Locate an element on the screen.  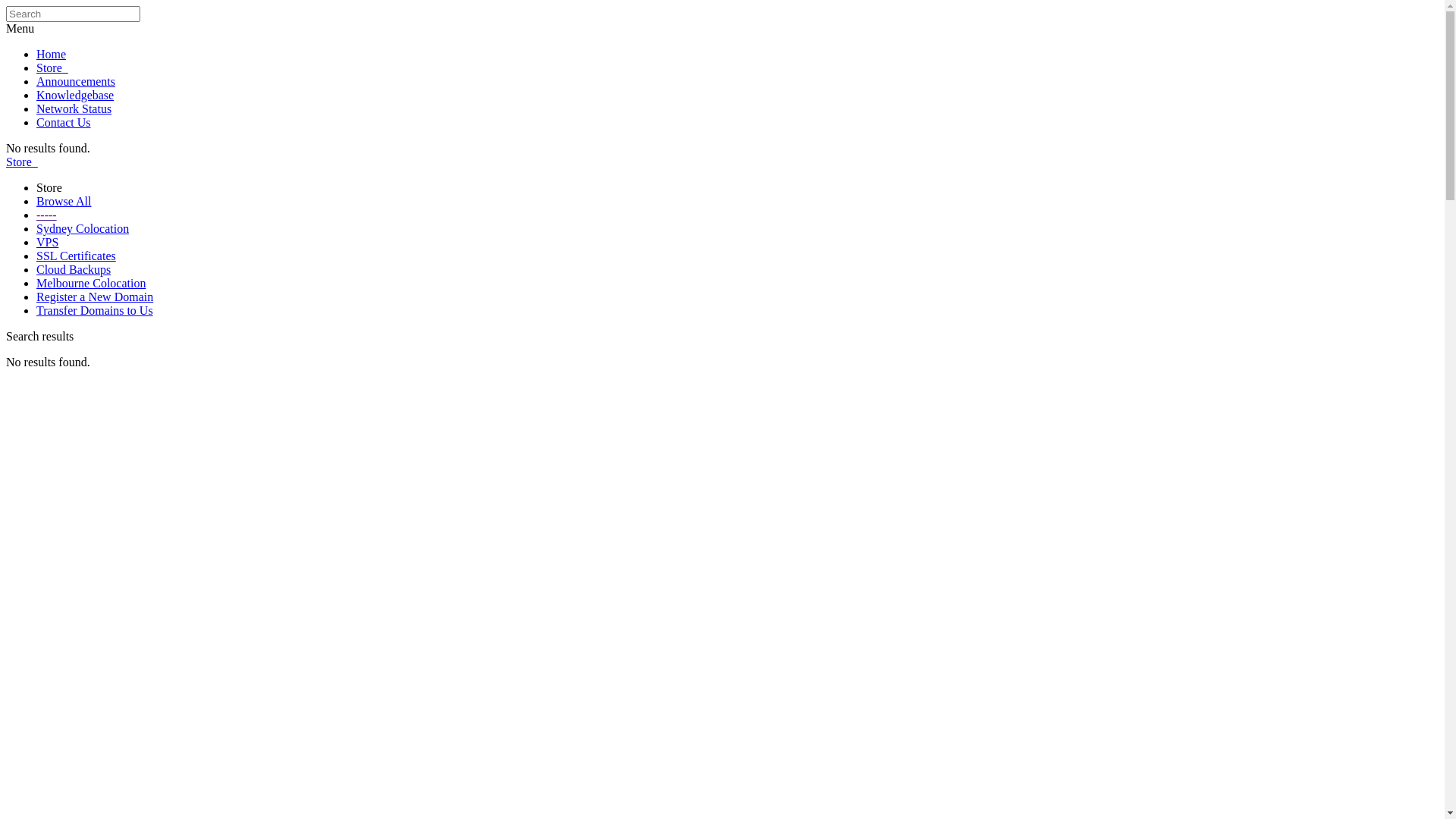
'Contact Us' is located at coordinates (36, 121).